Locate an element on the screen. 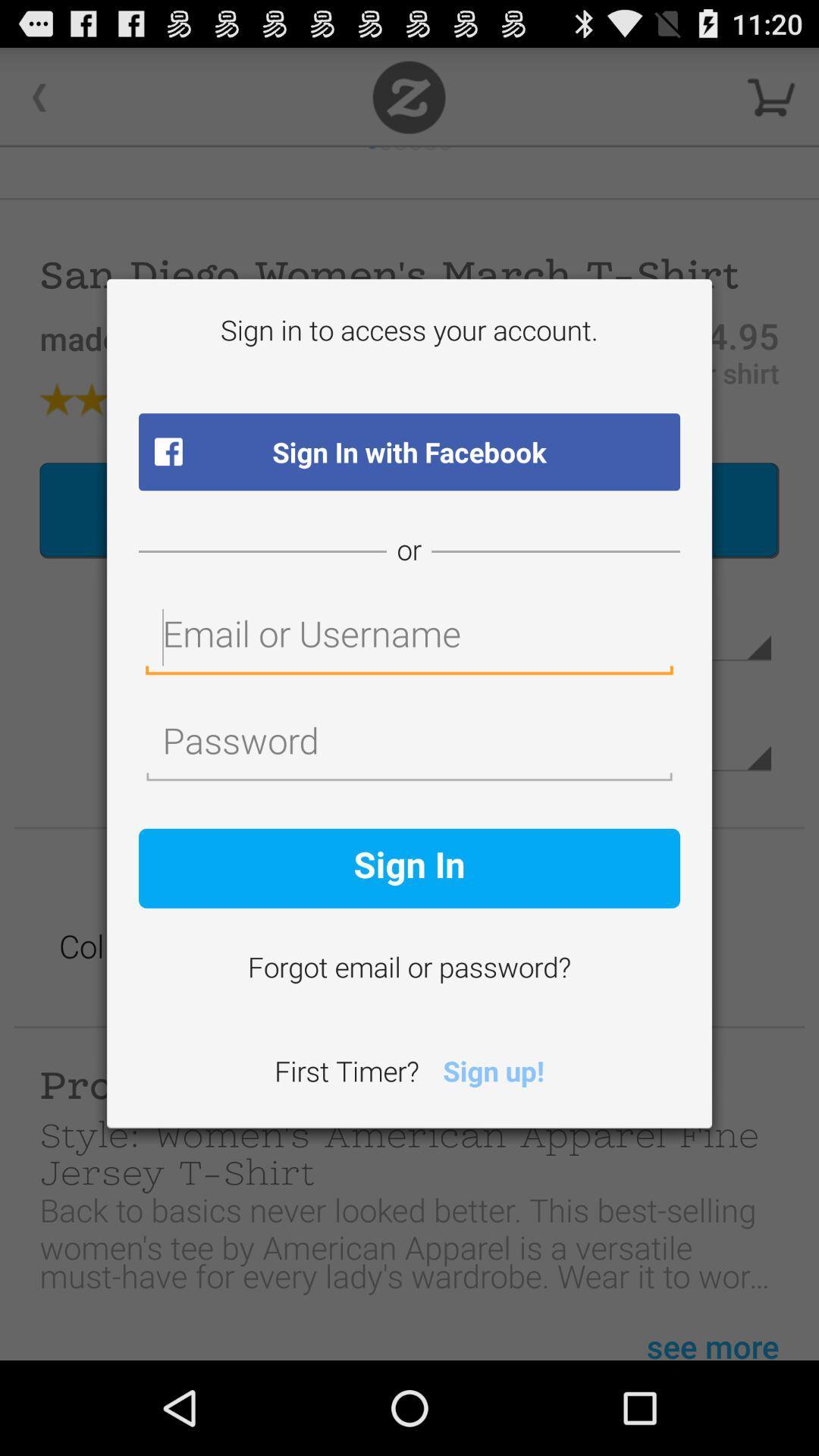 The width and height of the screenshot is (819, 1456). your password is located at coordinates (409, 745).